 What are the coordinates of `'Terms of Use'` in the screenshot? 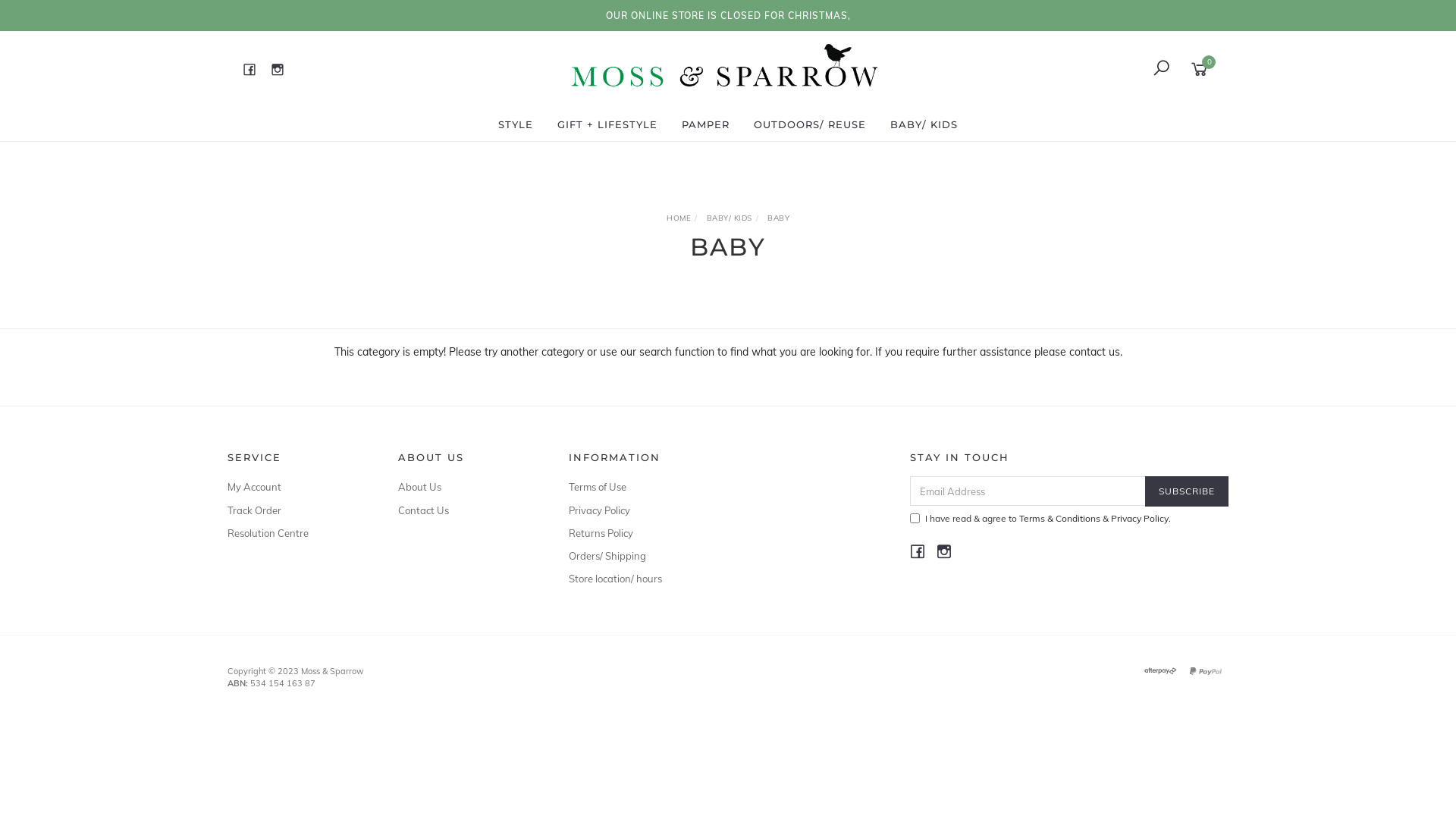 It's located at (637, 486).